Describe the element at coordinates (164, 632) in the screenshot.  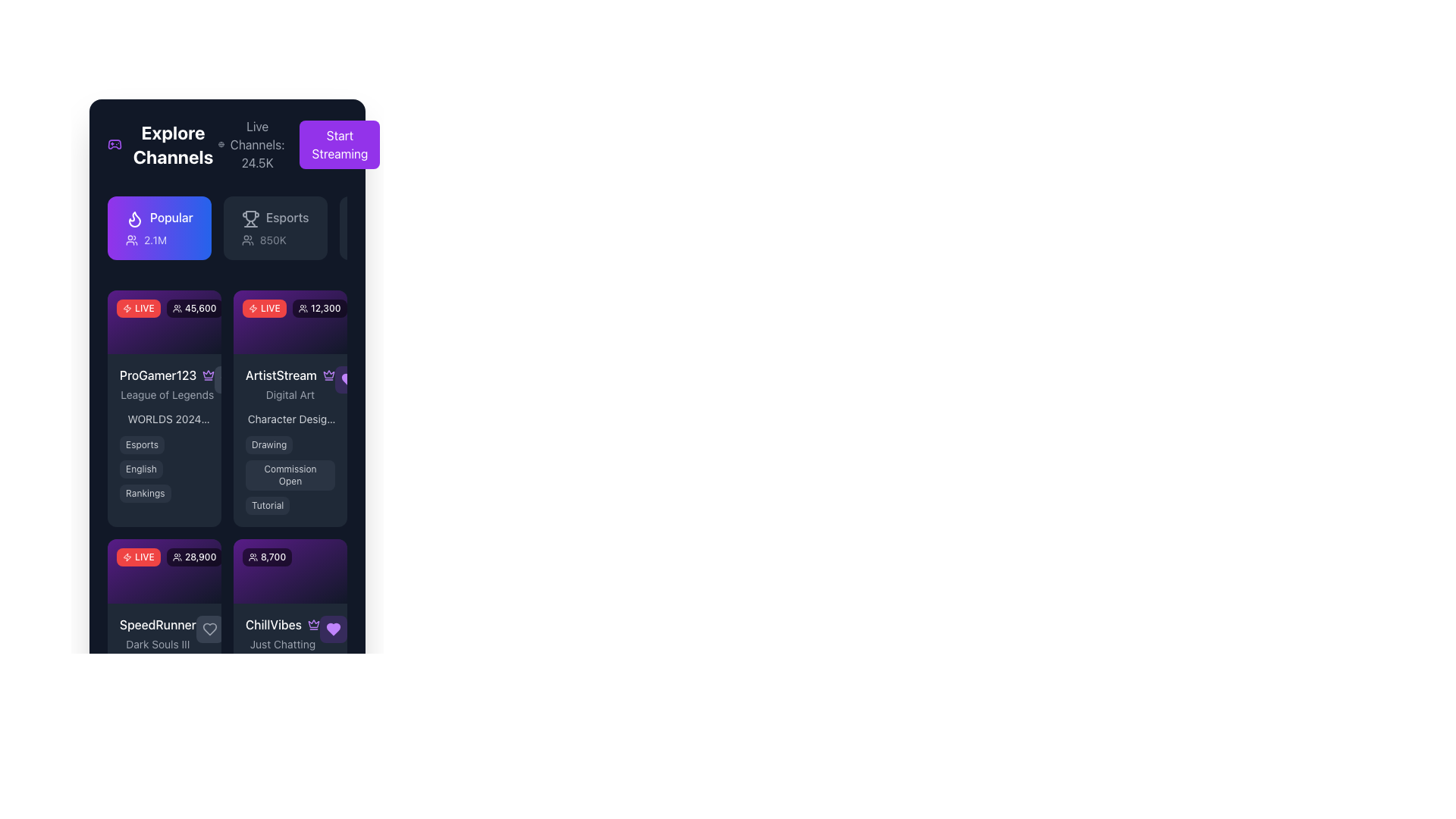
I see `the 'SpeedRunner' item, which displays 'SpeedRunner' in bold white font and 'Dark Souls III' in smaller gray font` at that location.